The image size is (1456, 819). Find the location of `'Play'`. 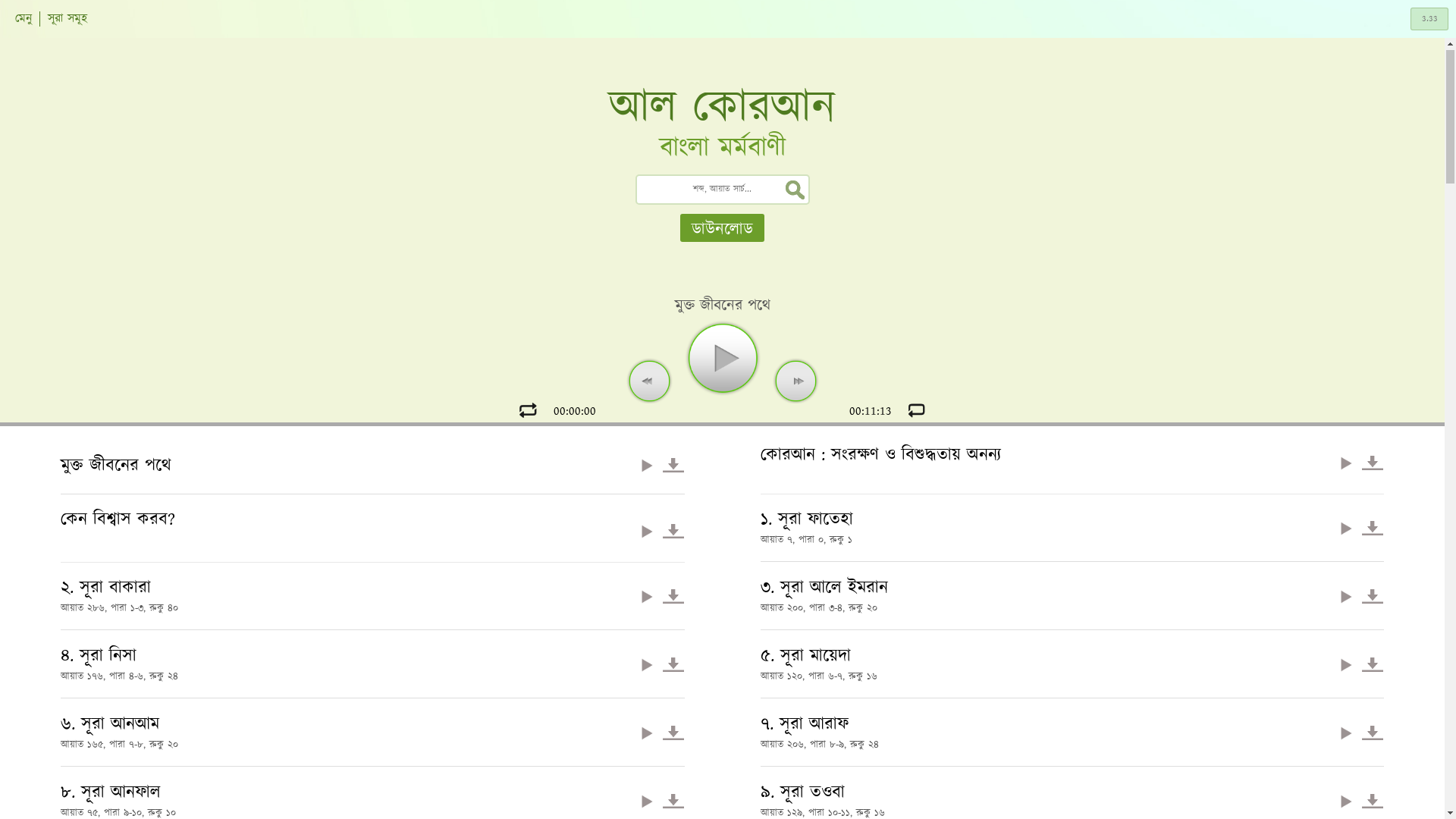

'Play' is located at coordinates (1346, 800).